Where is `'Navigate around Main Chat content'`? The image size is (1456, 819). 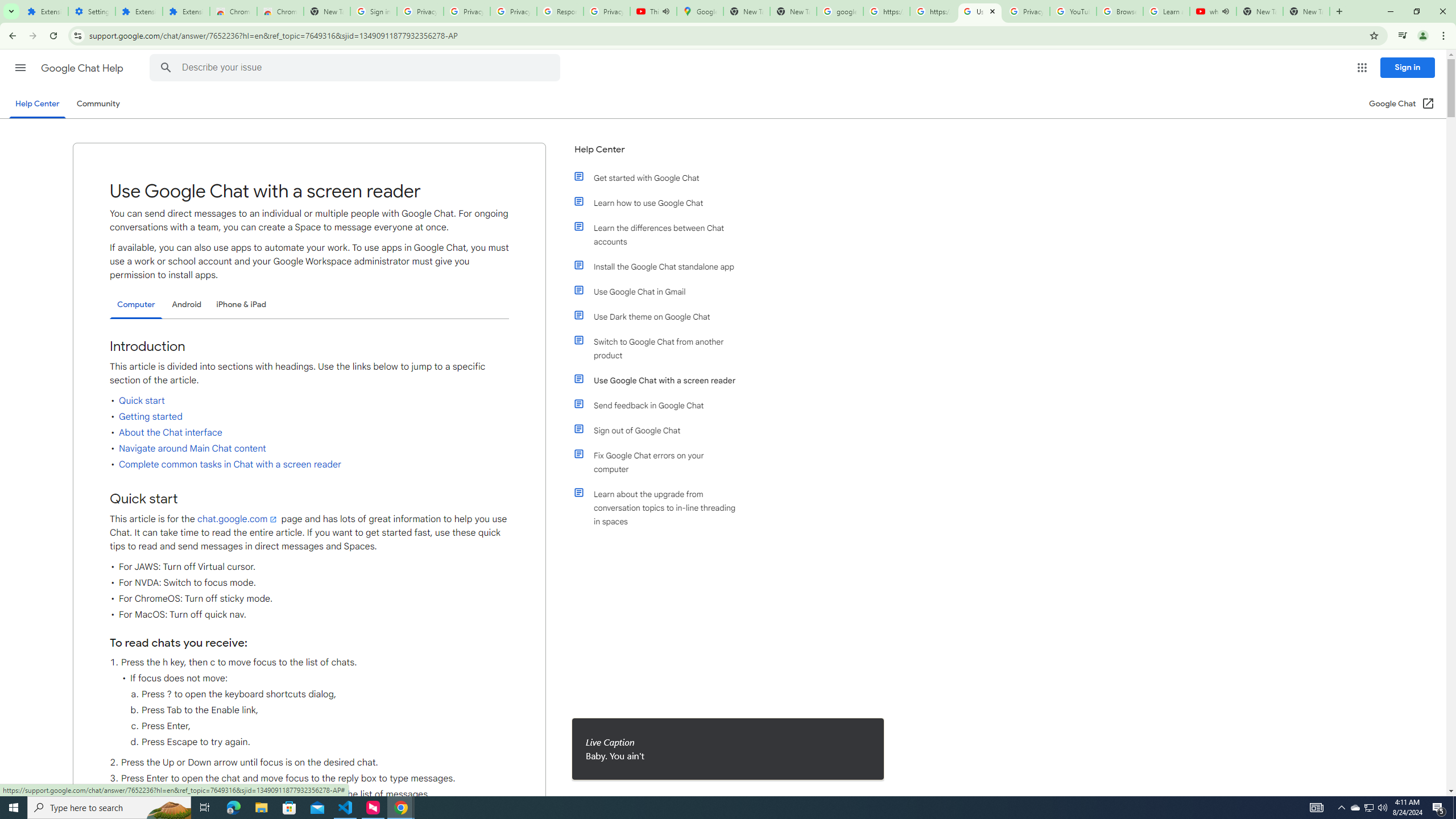 'Navigate around Main Chat content' is located at coordinates (192, 448).